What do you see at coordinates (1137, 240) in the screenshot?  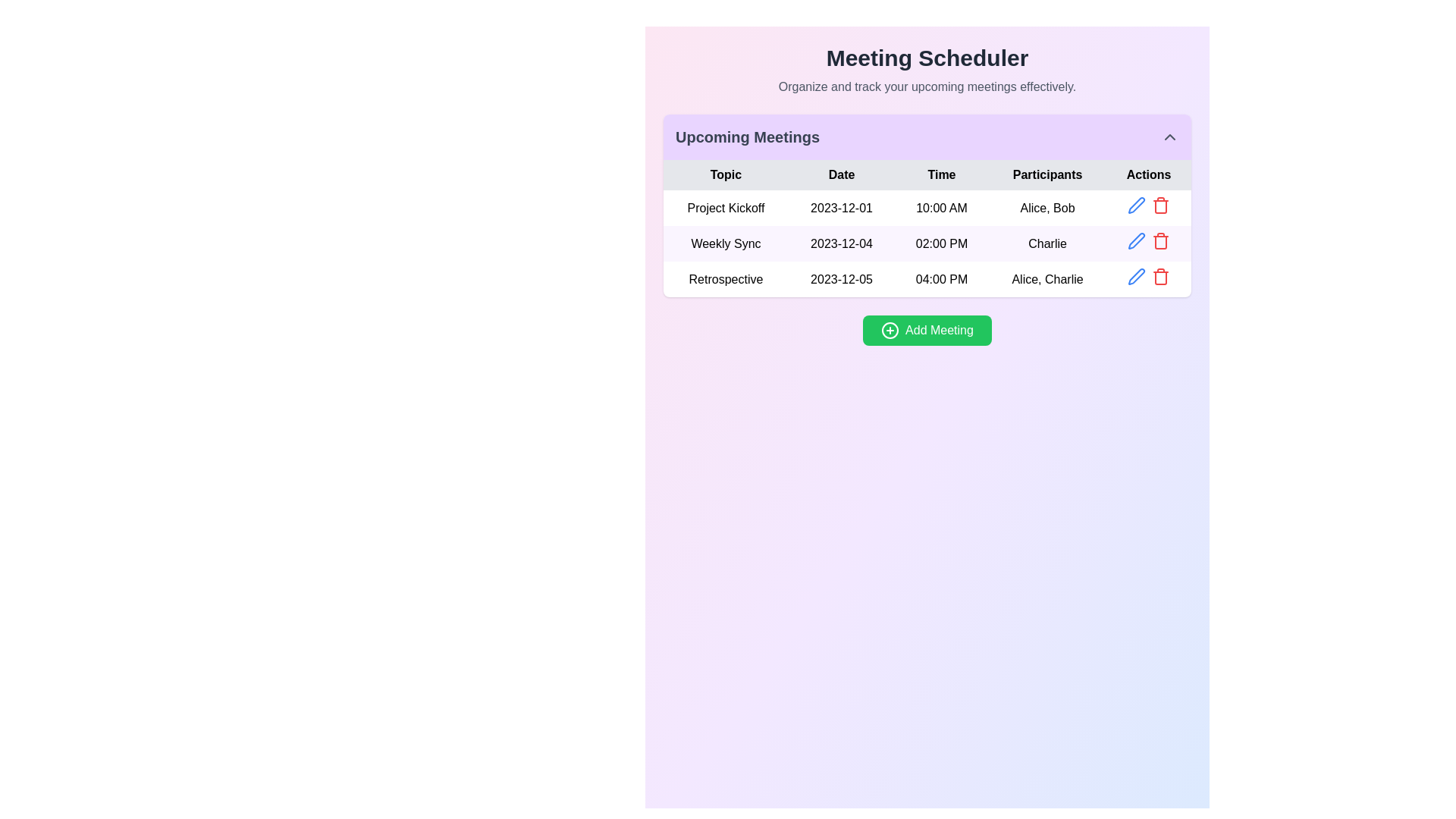 I see `the blue pen icon button in the second row of the 'Actions' column in the 'Upcoming Meetings' table` at bounding box center [1137, 240].